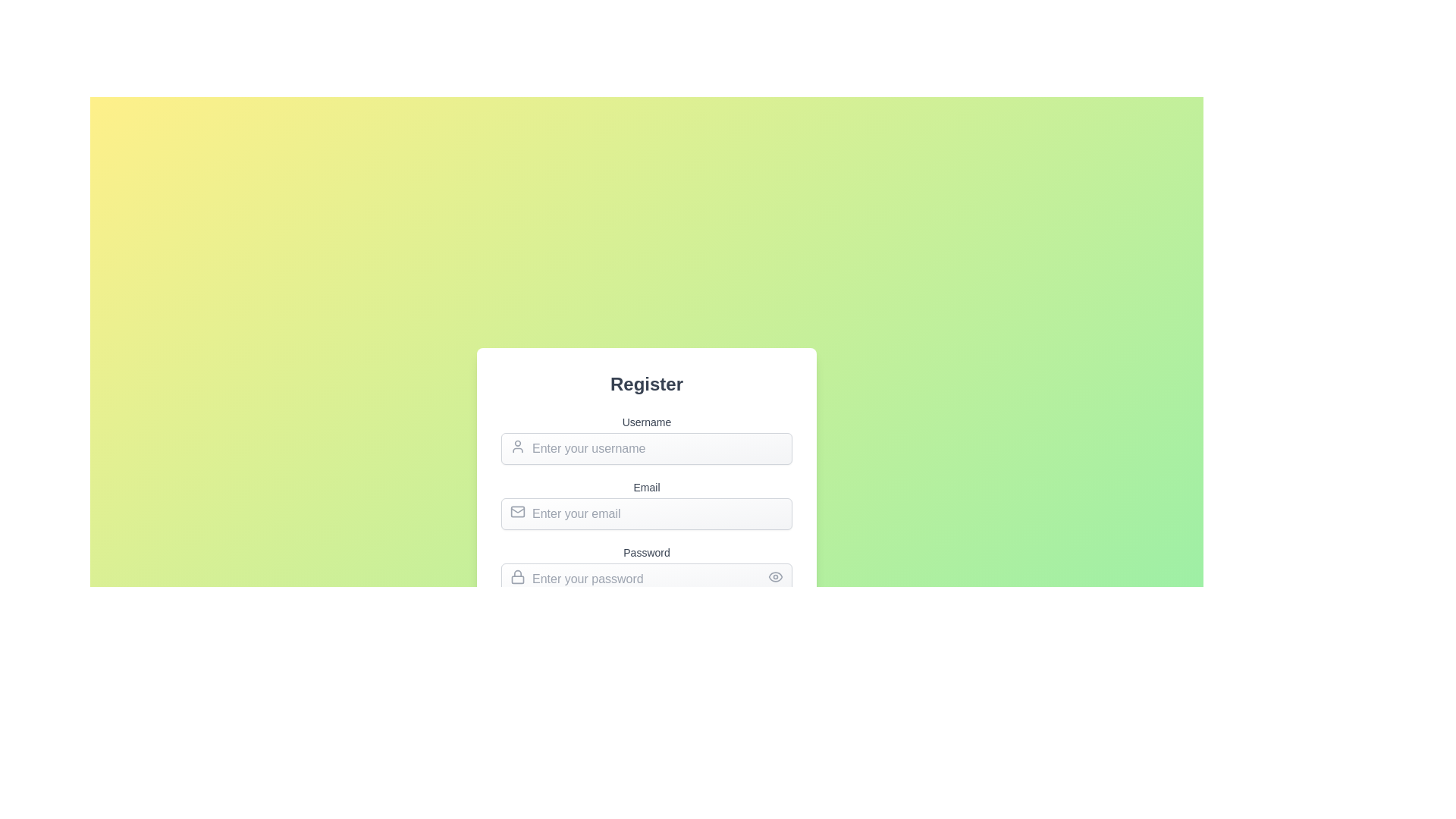 This screenshot has height=819, width=1456. What do you see at coordinates (647, 422) in the screenshot?
I see `the label that indicates the username input field, which is located above the username input box in the registration form` at bounding box center [647, 422].